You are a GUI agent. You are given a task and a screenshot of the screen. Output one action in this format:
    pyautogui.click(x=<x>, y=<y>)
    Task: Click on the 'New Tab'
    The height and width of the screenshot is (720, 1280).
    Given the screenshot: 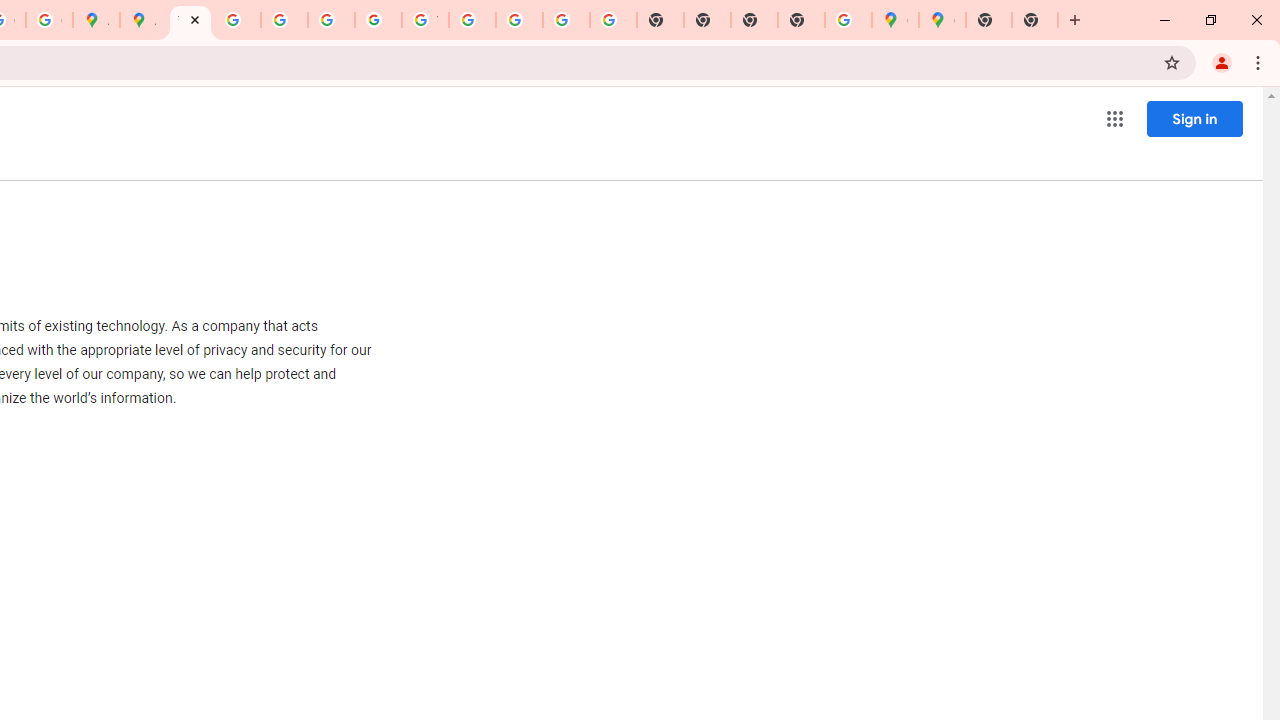 What is the action you would take?
    pyautogui.click(x=1074, y=20)
    